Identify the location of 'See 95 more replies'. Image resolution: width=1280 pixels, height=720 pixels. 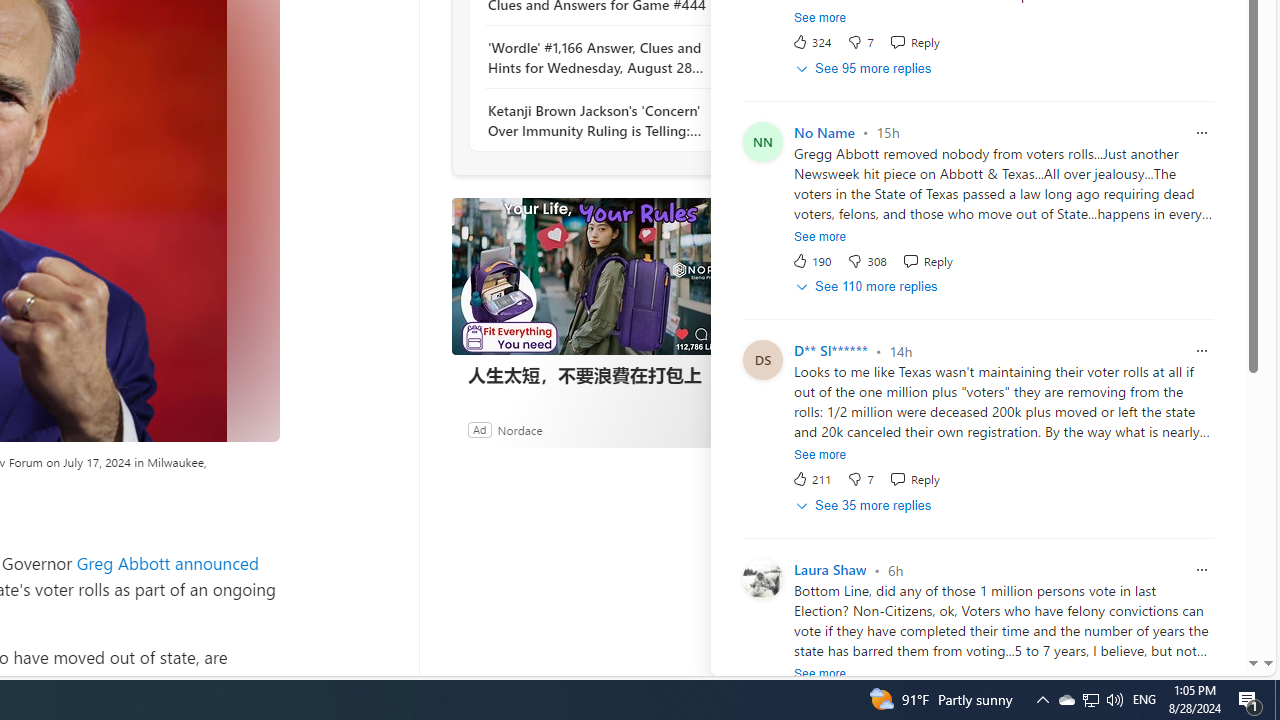
(865, 67).